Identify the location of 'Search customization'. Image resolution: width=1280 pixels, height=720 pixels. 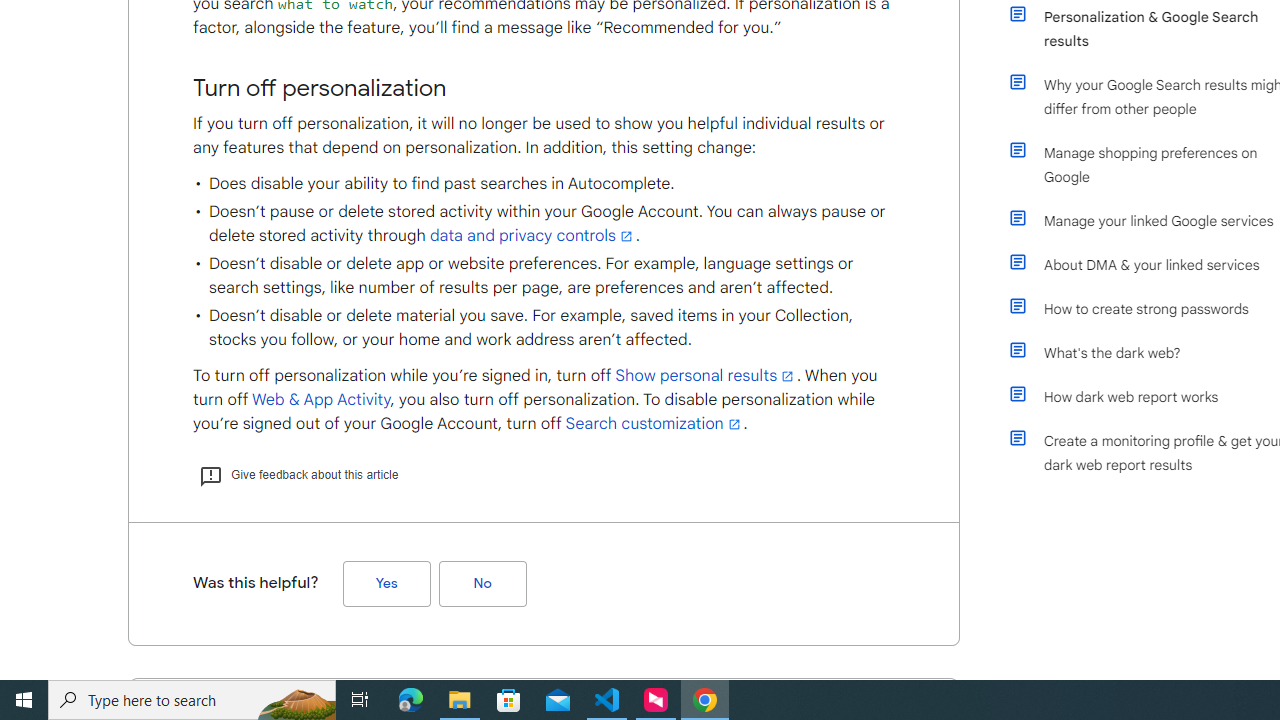
(654, 423).